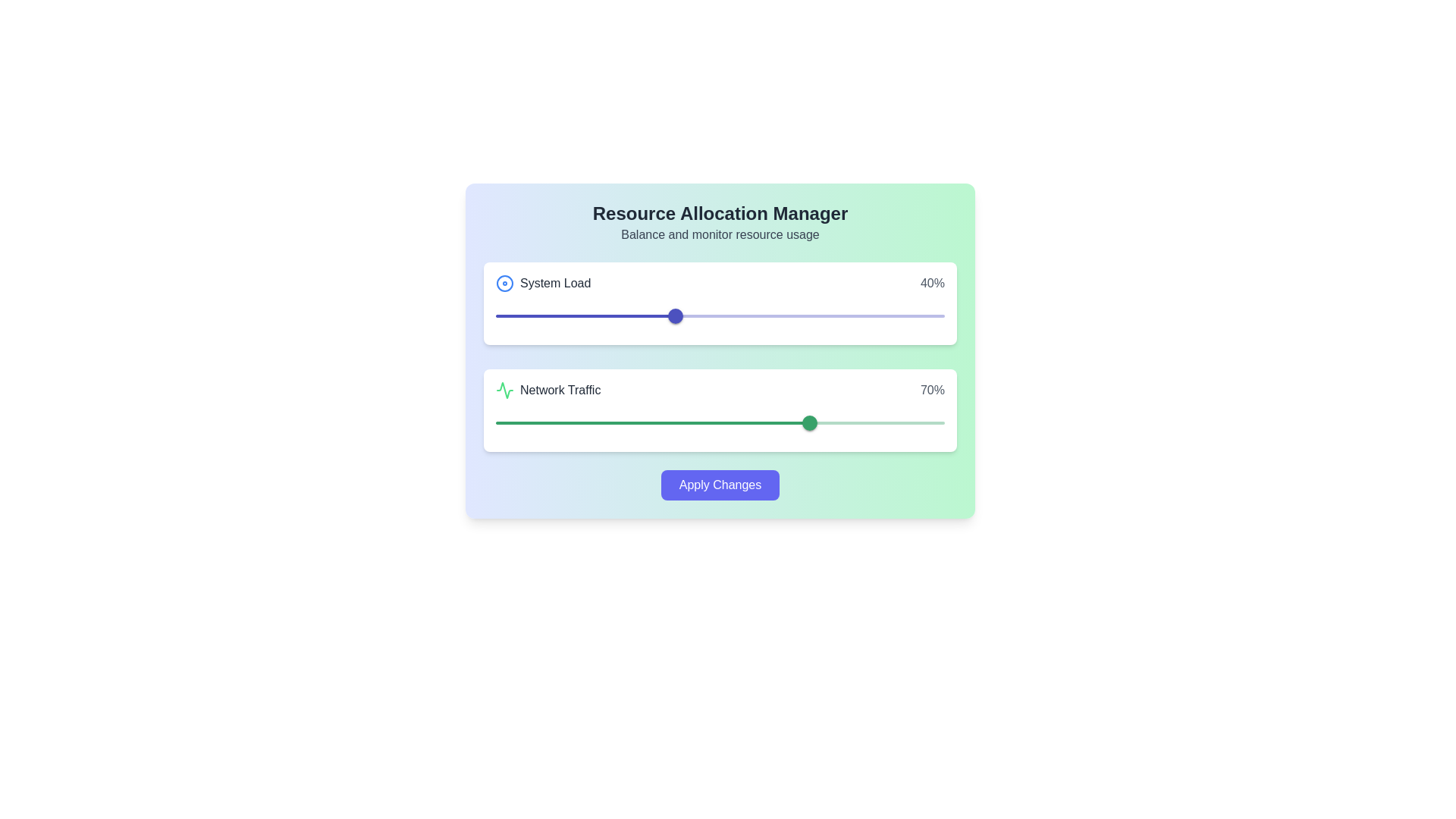 Image resolution: width=1456 pixels, height=819 pixels. What do you see at coordinates (505, 390) in the screenshot?
I see `the compact graphical icon styled with green lines on a transparent background, which features a waveform motif and is located to the left of the 'Network Traffic' text` at bounding box center [505, 390].